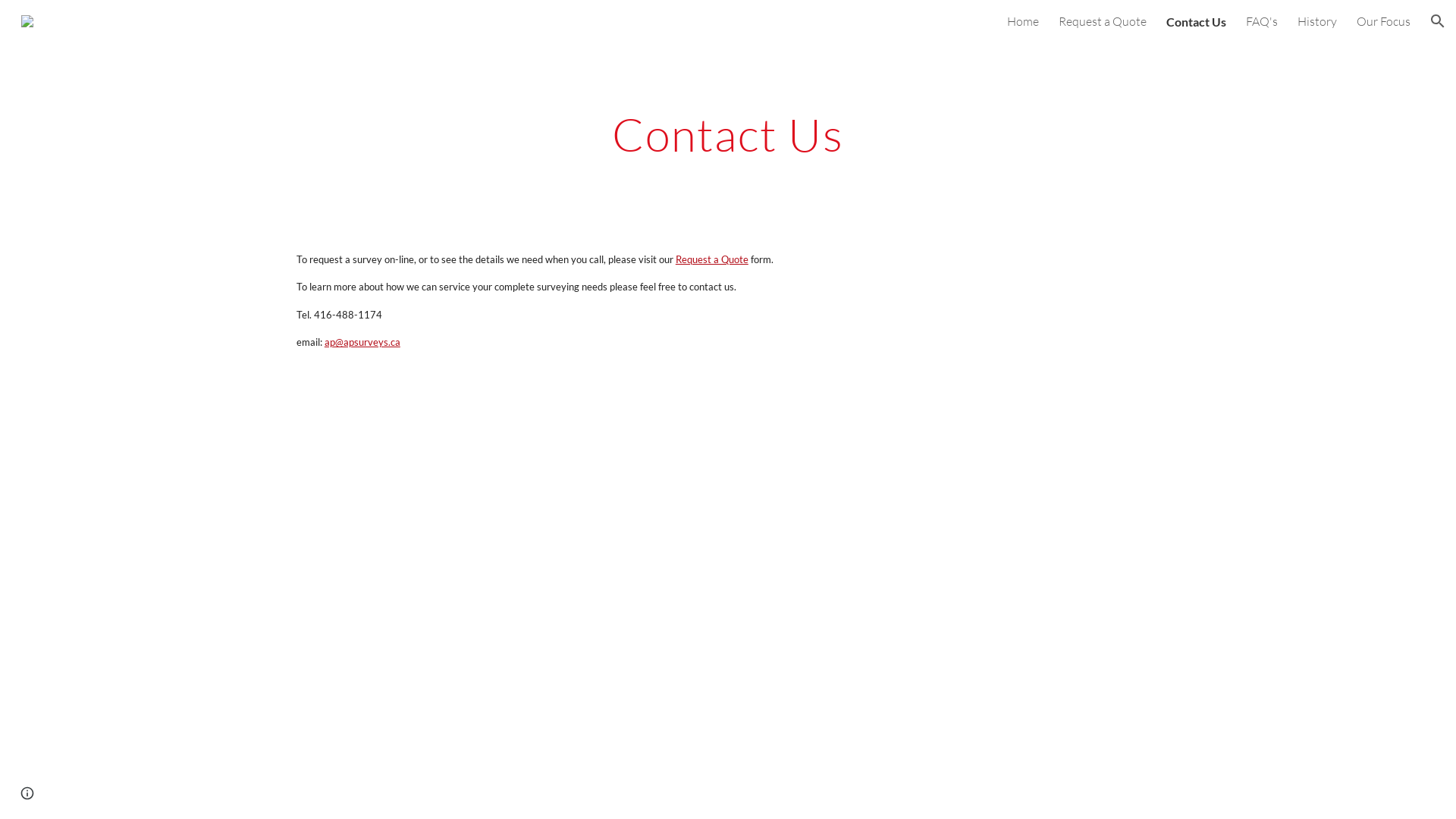 This screenshot has height=819, width=1456. What do you see at coordinates (322, 341) in the screenshot?
I see `'ap@apsurveys.ca'` at bounding box center [322, 341].